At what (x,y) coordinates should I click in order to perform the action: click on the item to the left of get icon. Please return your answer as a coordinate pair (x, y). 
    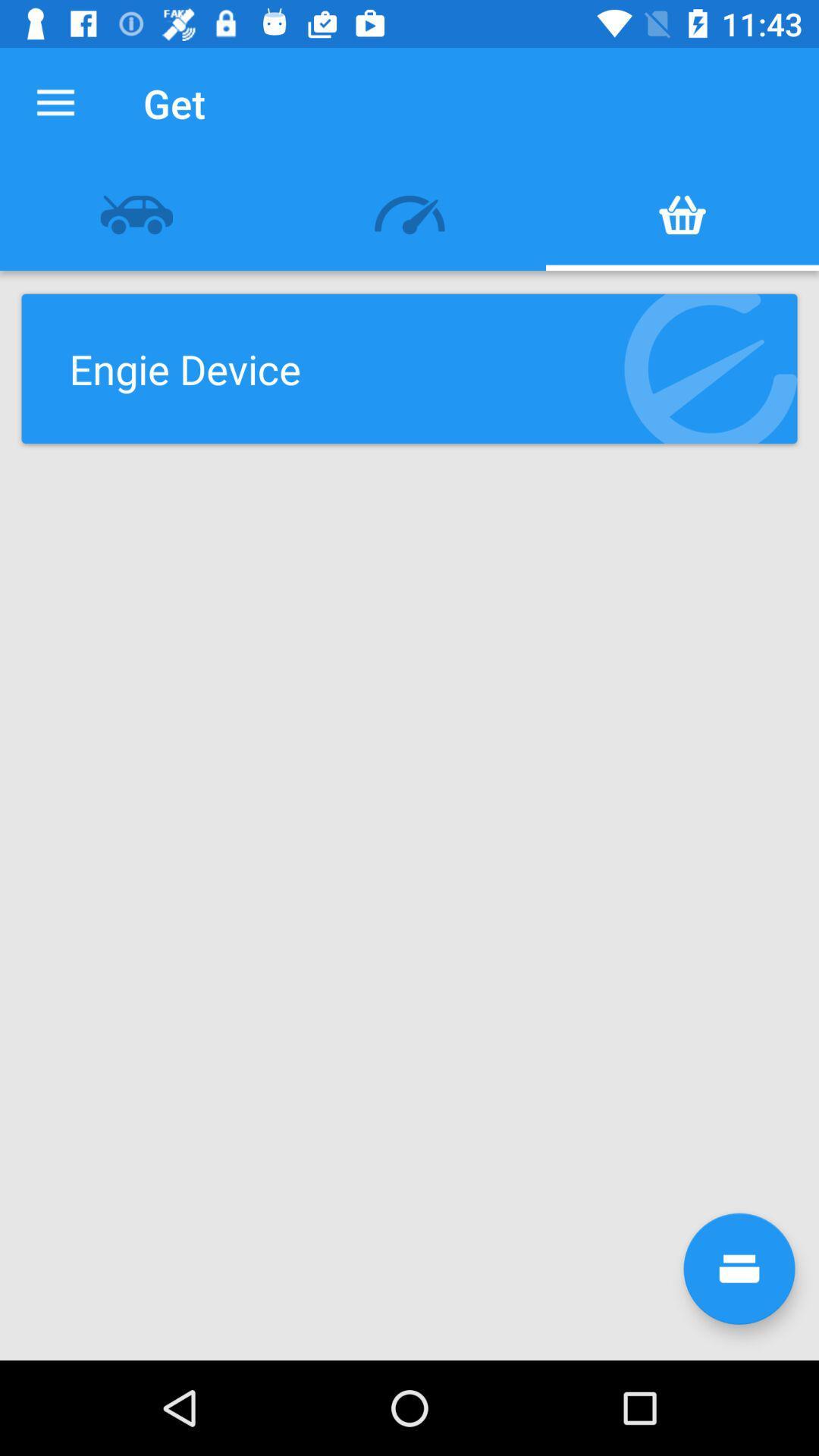
    Looking at the image, I should click on (55, 102).